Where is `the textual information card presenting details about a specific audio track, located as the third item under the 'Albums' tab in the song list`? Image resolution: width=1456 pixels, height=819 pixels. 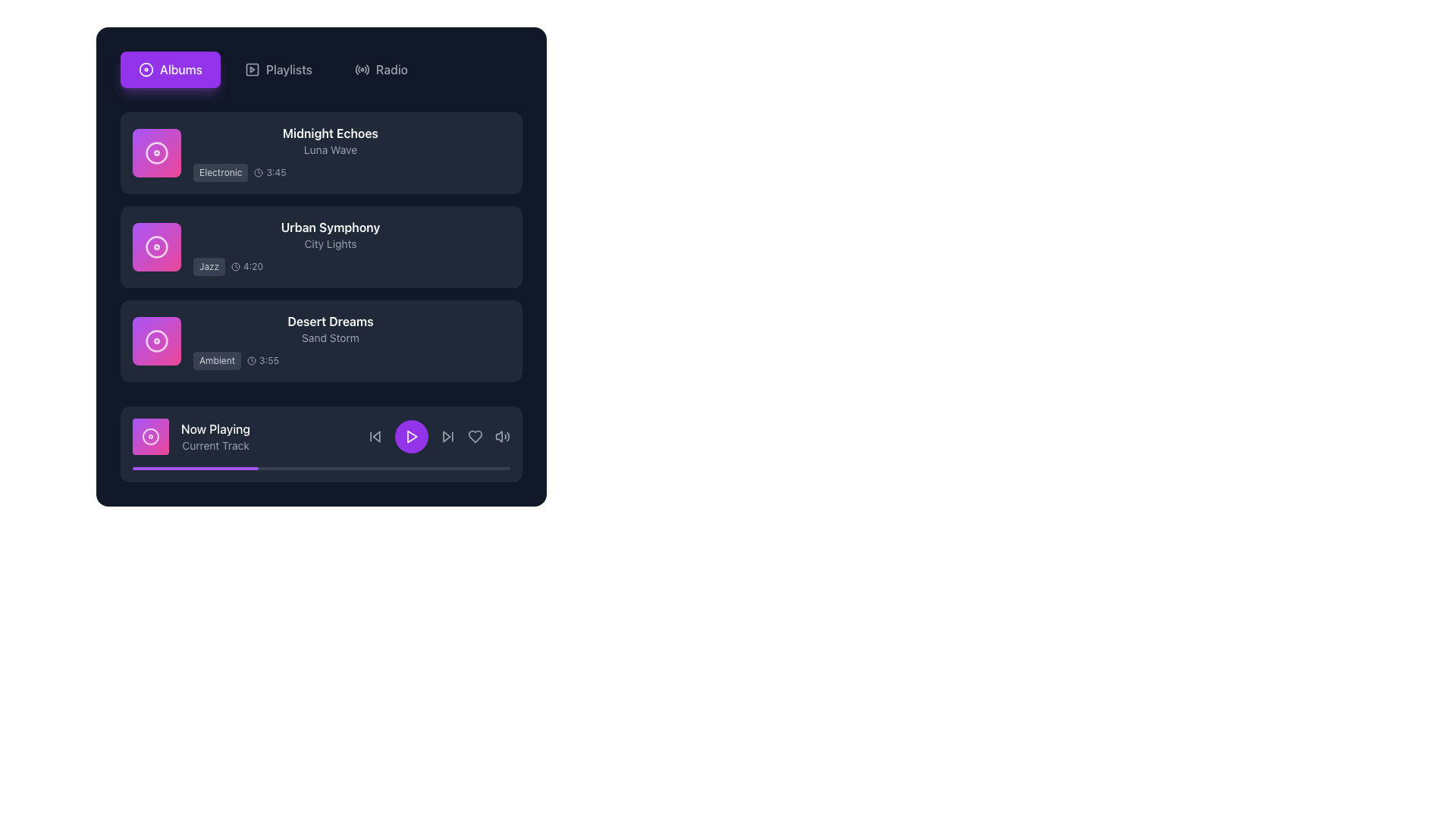 the textual information card presenting details about a specific audio track, located as the third item under the 'Albums' tab in the song list is located at coordinates (330, 341).